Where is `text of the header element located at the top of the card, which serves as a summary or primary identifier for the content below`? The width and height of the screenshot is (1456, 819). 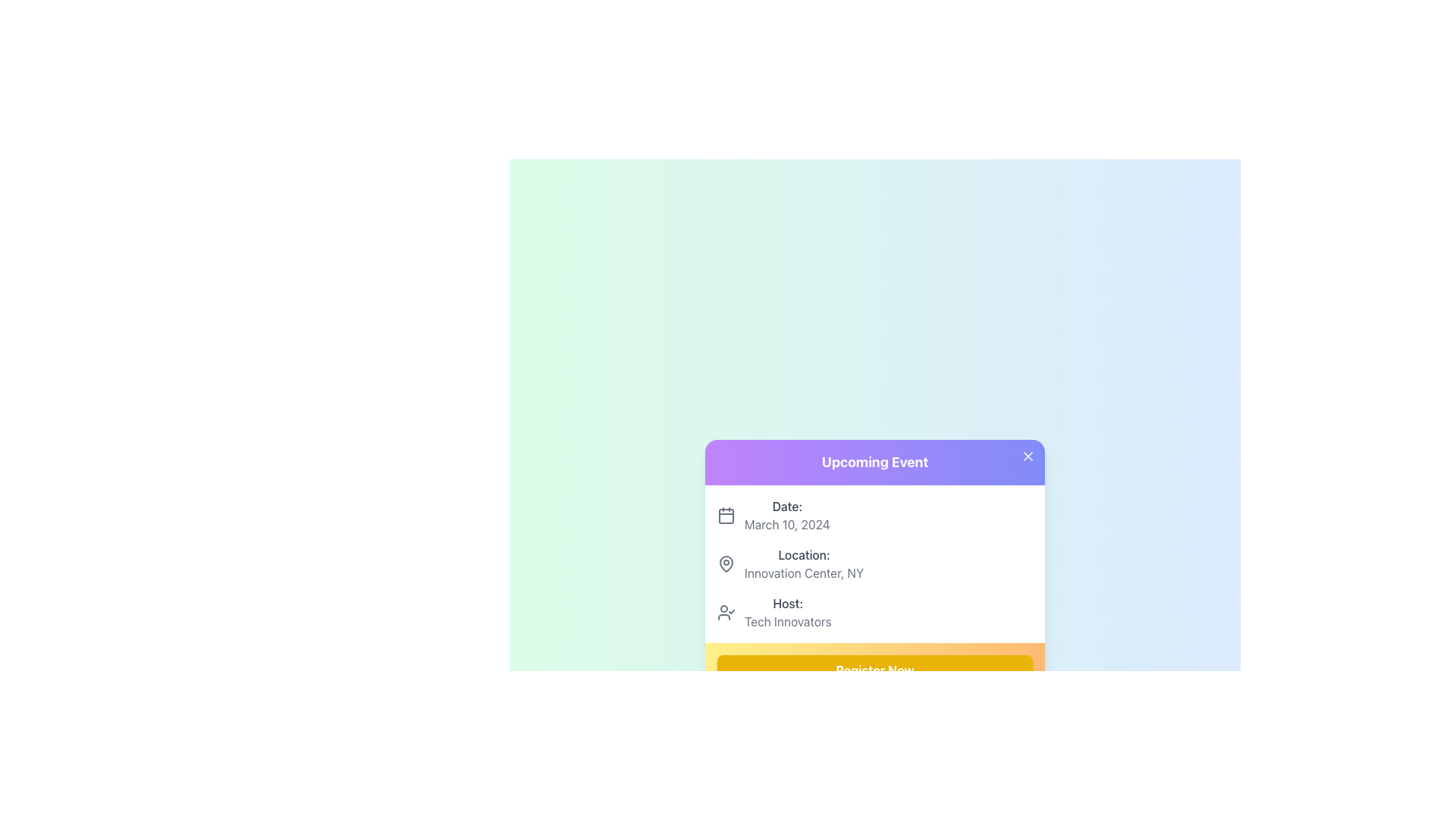
text of the header element located at the top of the card, which serves as a summary or primary identifier for the content below is located at coordinates (874, 461).